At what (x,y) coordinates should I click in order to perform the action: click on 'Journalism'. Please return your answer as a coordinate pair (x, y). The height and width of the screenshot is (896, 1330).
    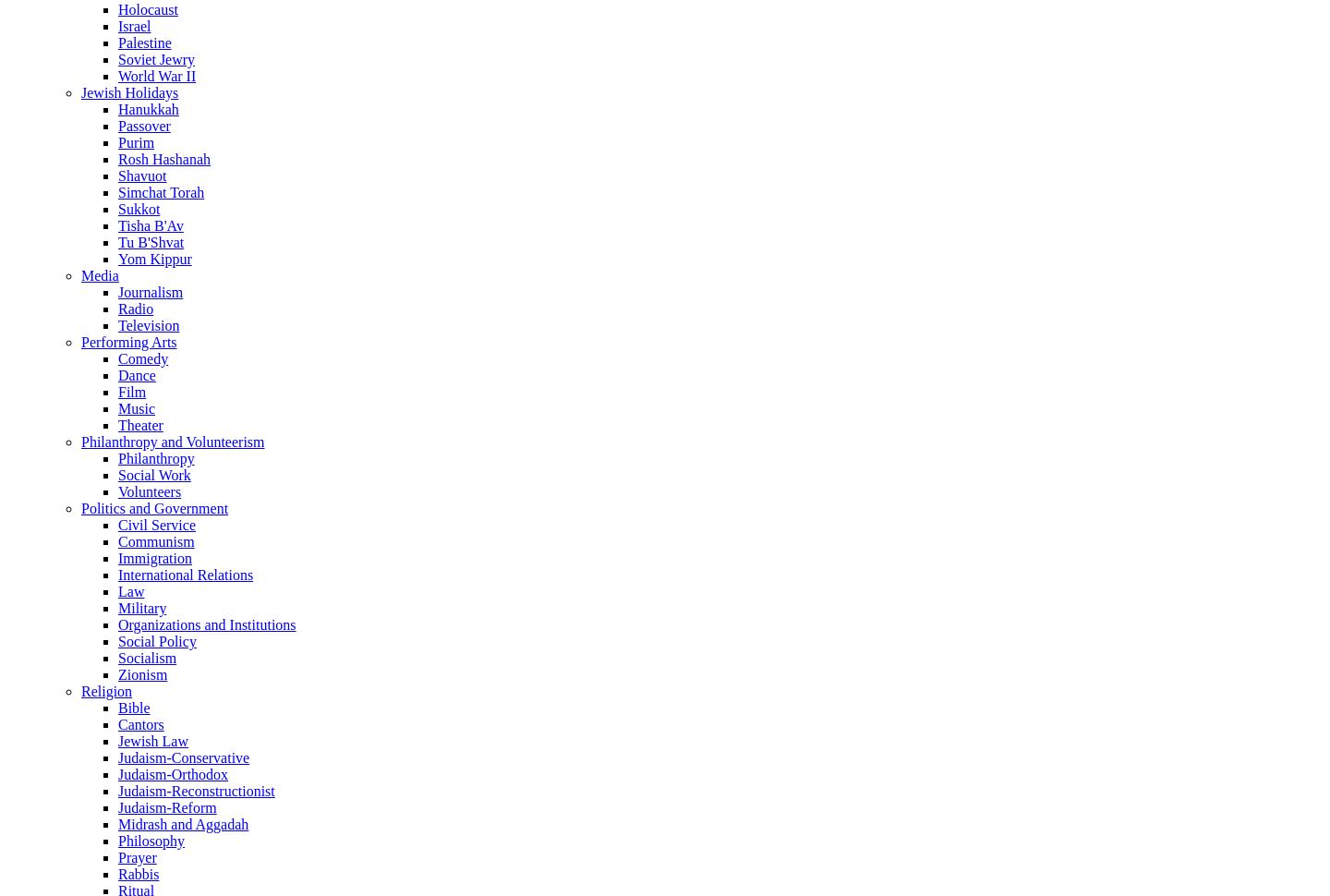
    Looking at the image, I should click on (117, 291).